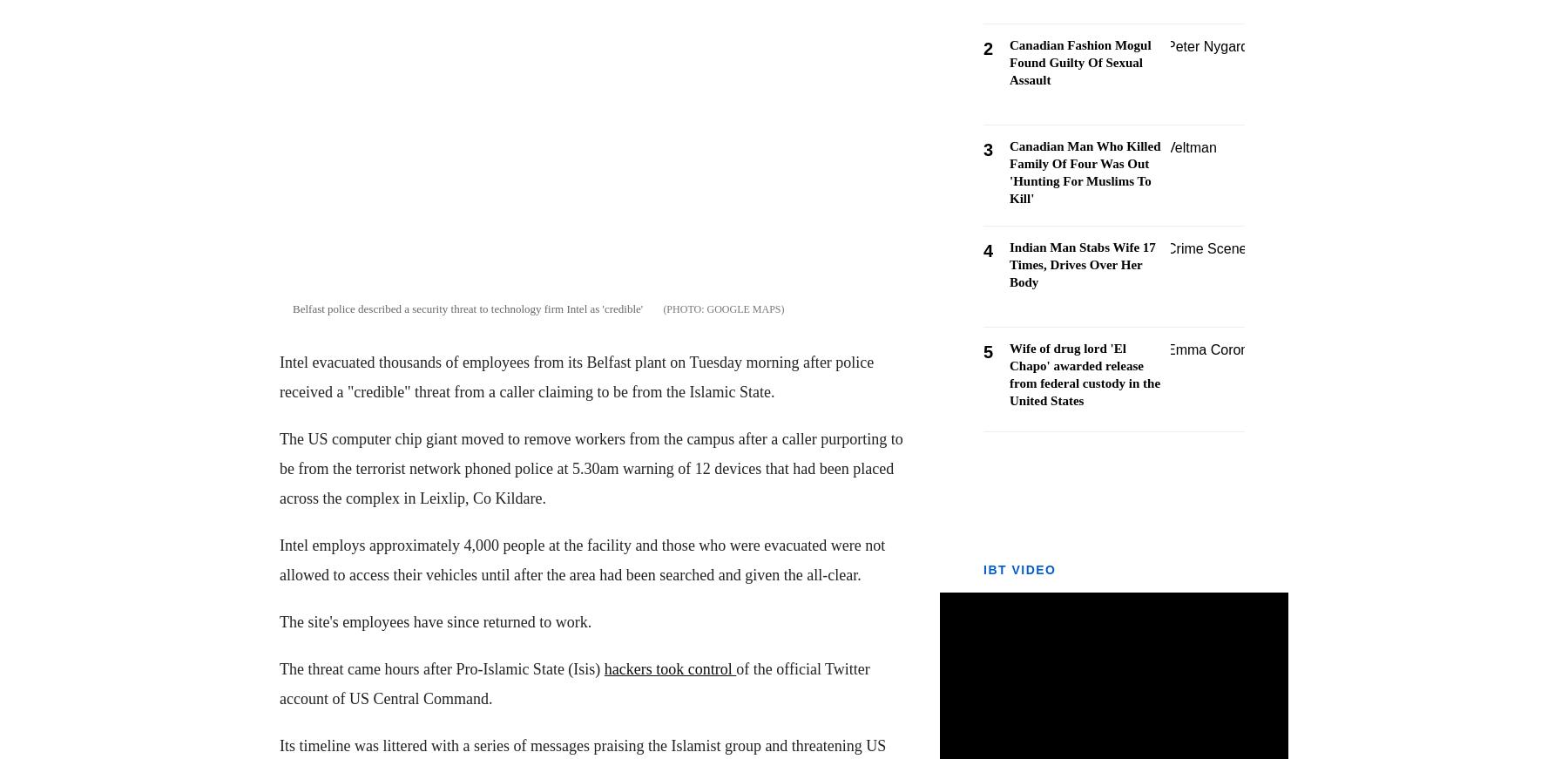 The width and height of the screenshot is (1568, 759). Describe the element at coordinates (590, 469) in the screenshot. I see `'The US computer chip giant moved to remove workers from the campus after a caller purporting to be from the terrorist network phoned police at 5.30am warning of 12 devices that had been placed across the complex in Leixlip, Co Kildare.'` at that location.